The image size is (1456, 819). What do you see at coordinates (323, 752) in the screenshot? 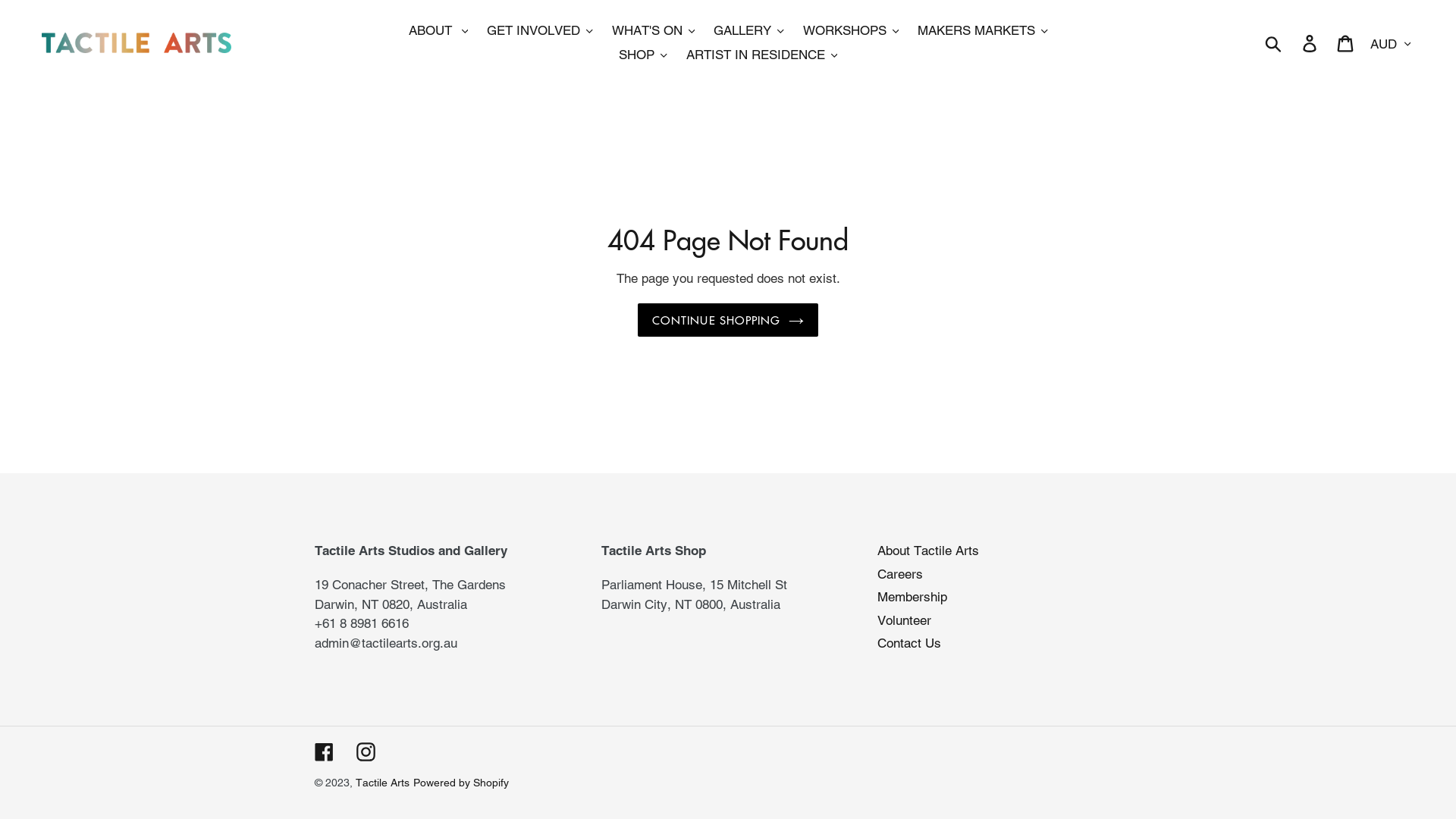
I see `'Facebook'` at bounding box center [323, 752].